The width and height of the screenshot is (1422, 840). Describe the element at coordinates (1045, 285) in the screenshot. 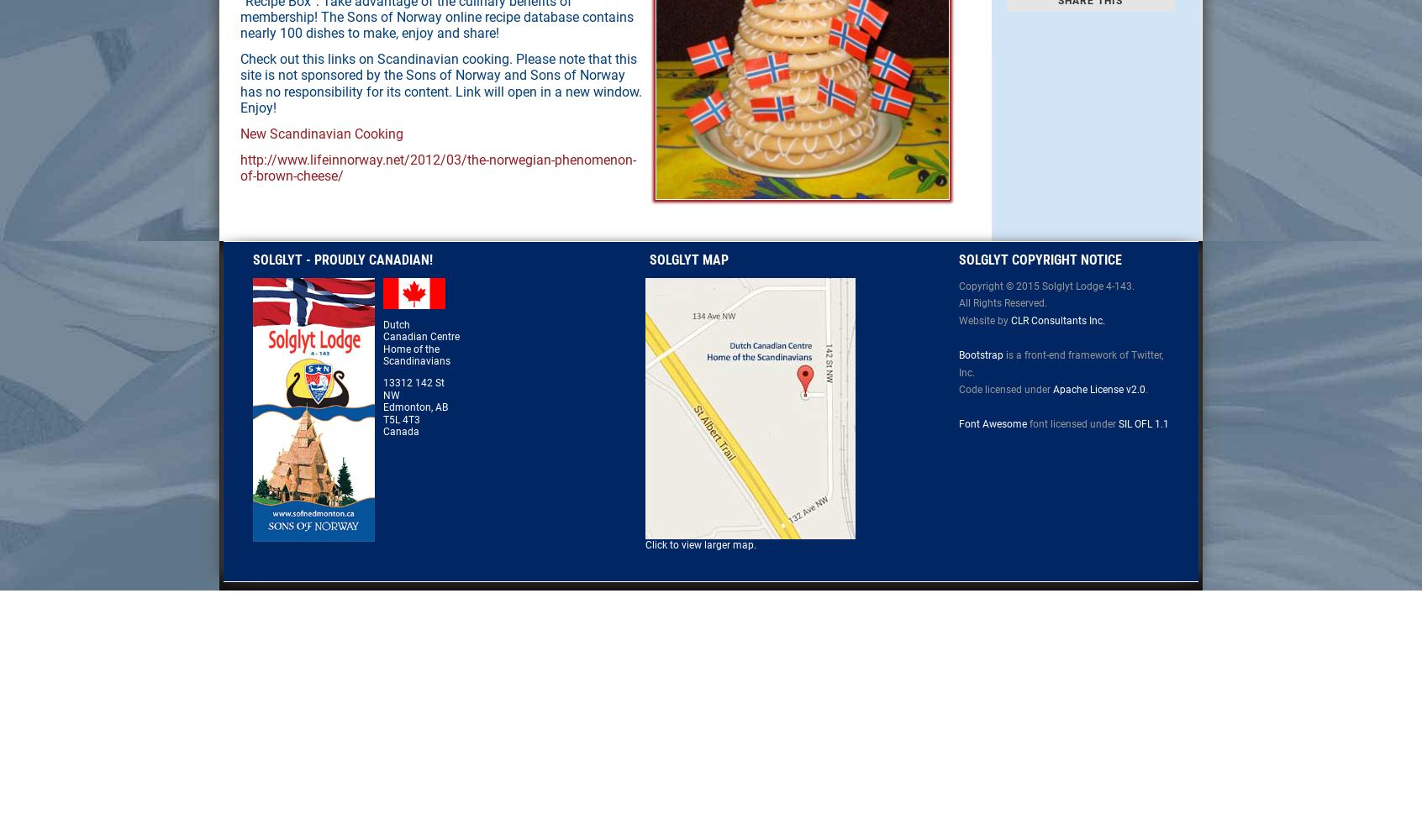

I see `'Copyright © 2015 Solglyt Lodge 4-143.'` at that location.